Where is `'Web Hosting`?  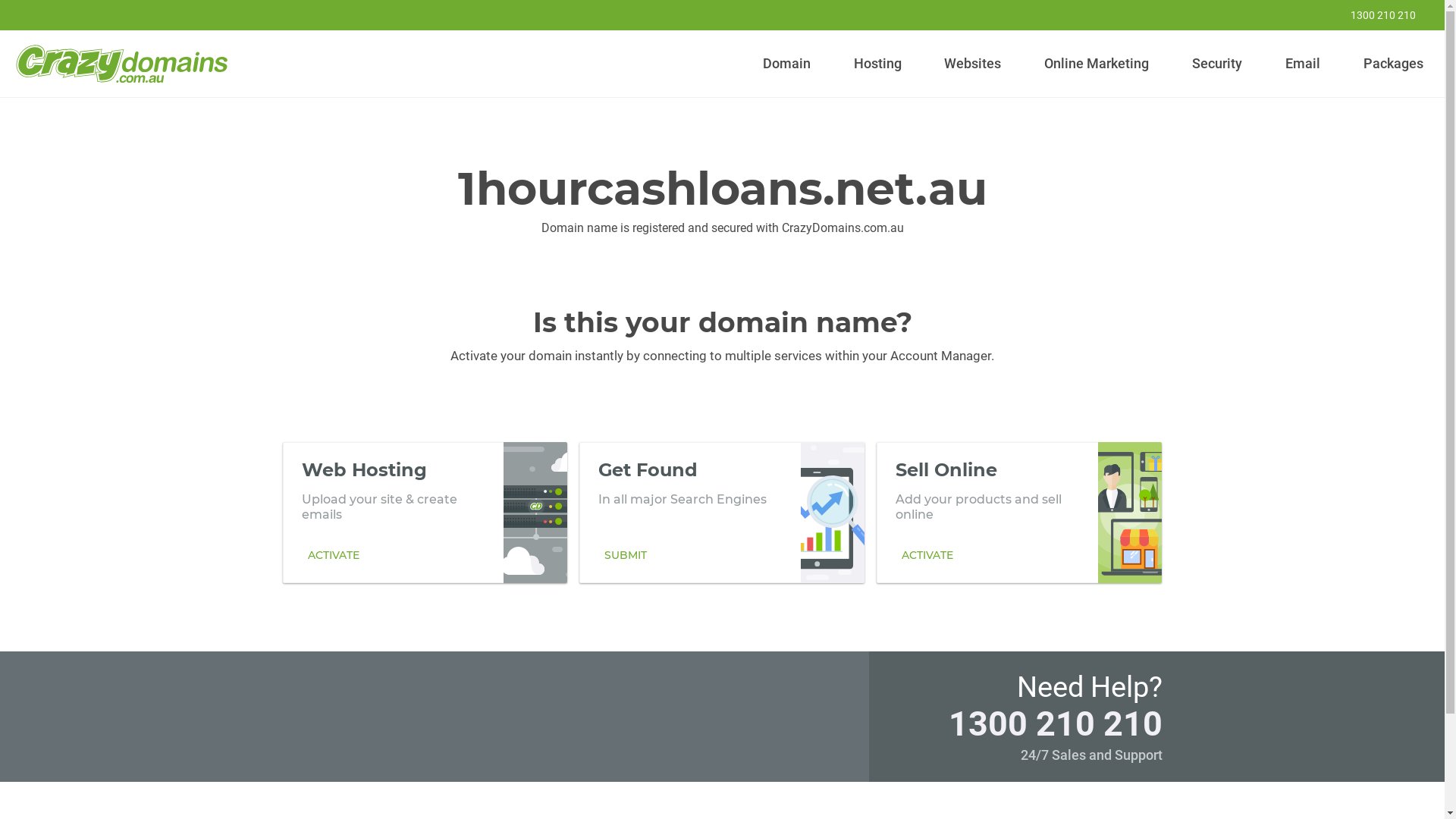
'Web Hosting is located at coordinates (425, 512).